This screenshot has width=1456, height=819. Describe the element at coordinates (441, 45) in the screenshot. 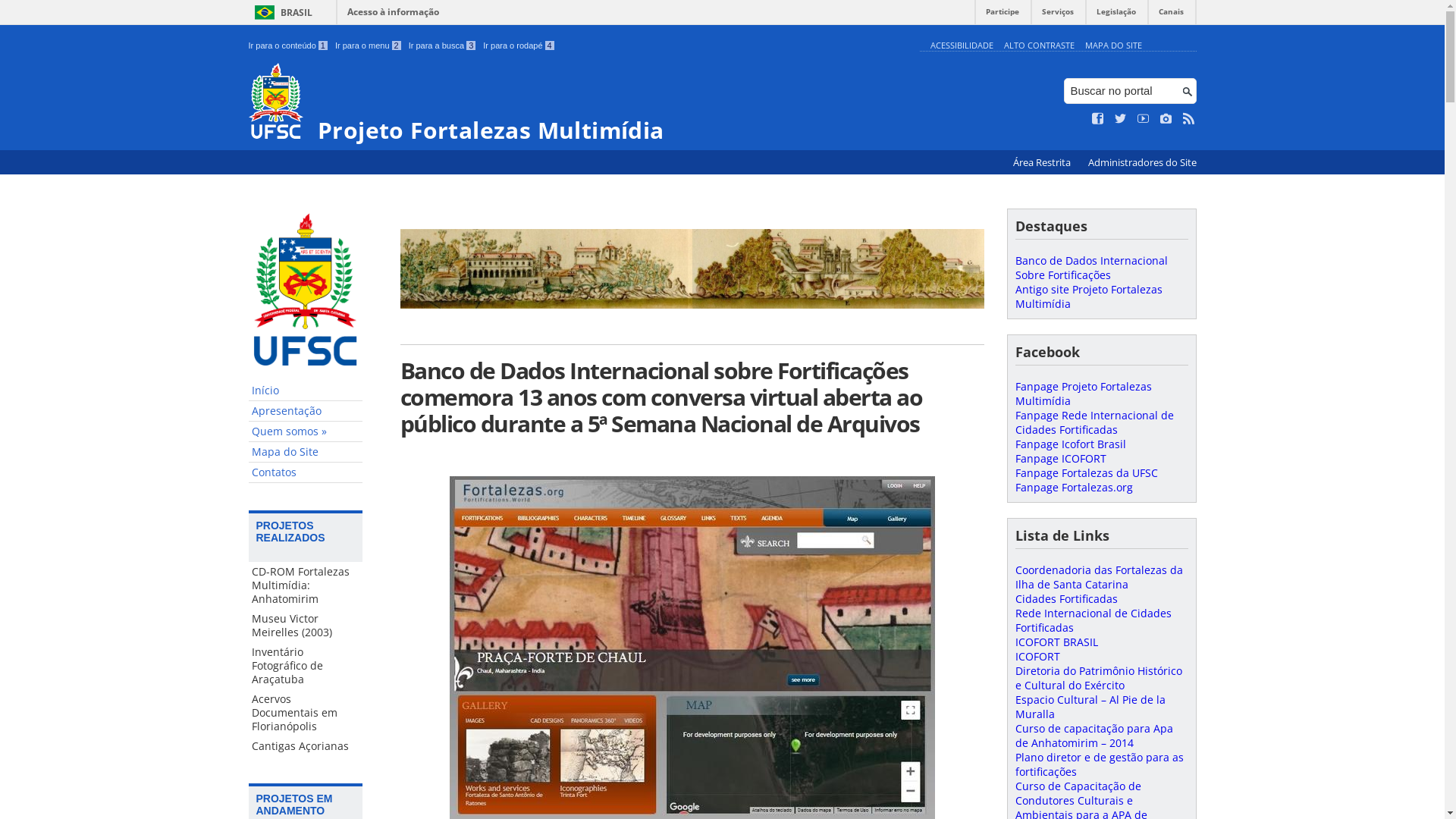

I see `'Ir para a busca 3'` at that location.